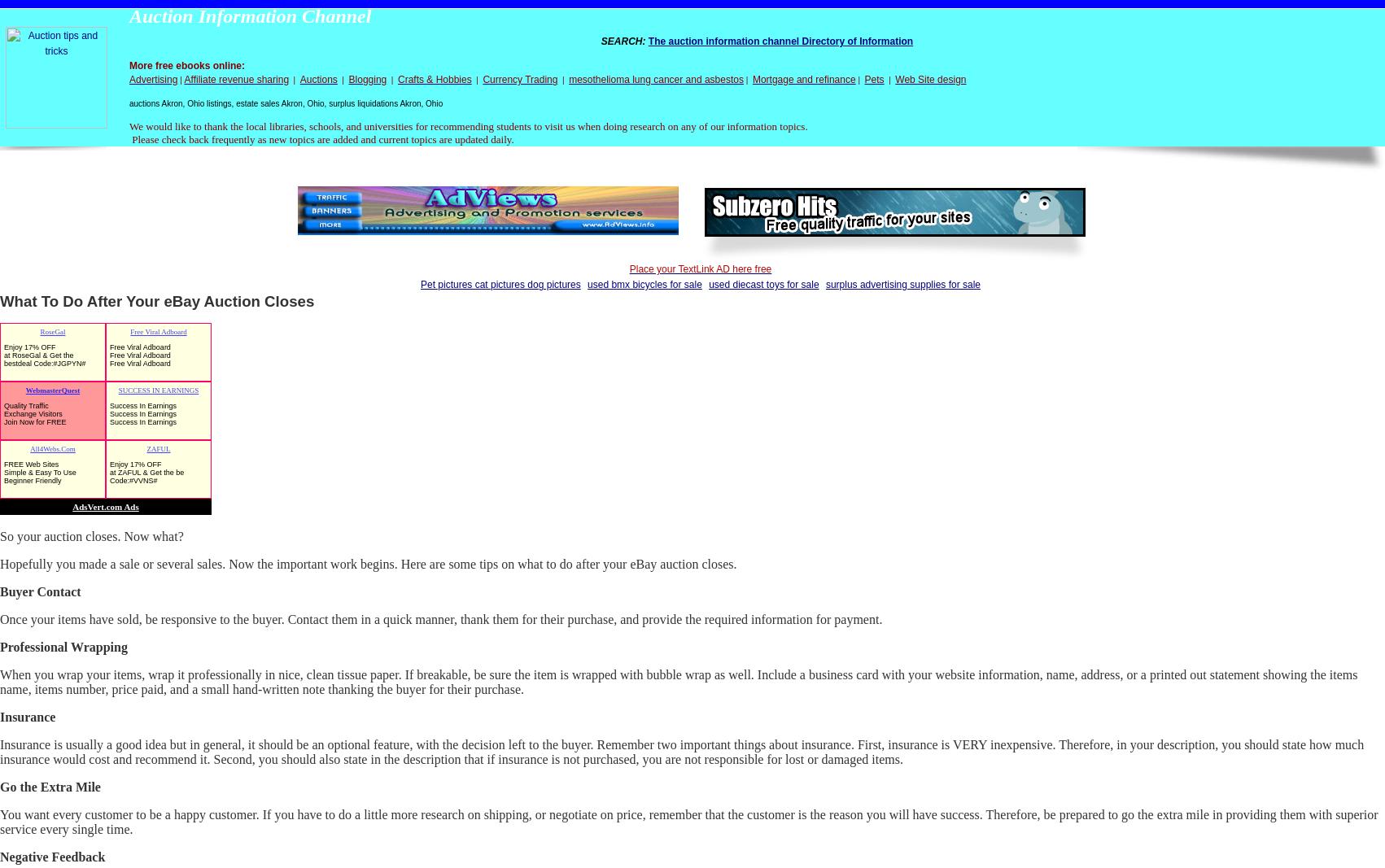 The image size is (1385, 868). I want to click on 'Please check back frequently as new topics are added and current topics are updated daily.', so click(128, 138).